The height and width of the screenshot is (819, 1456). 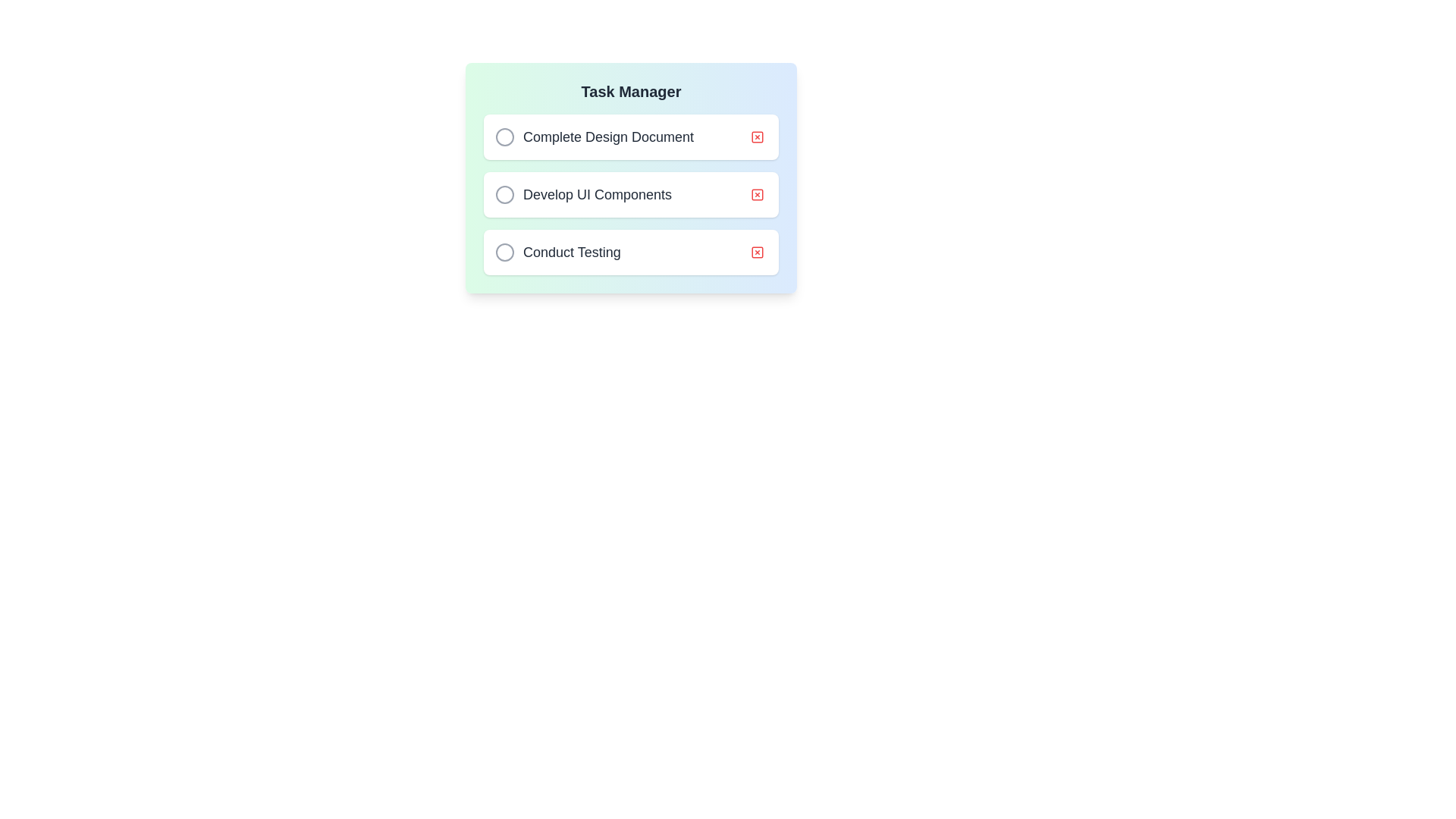 I want to click on the delete icon button located to the right of the text 'Complete Design Document' in the task list, so click(x=757, y=137).